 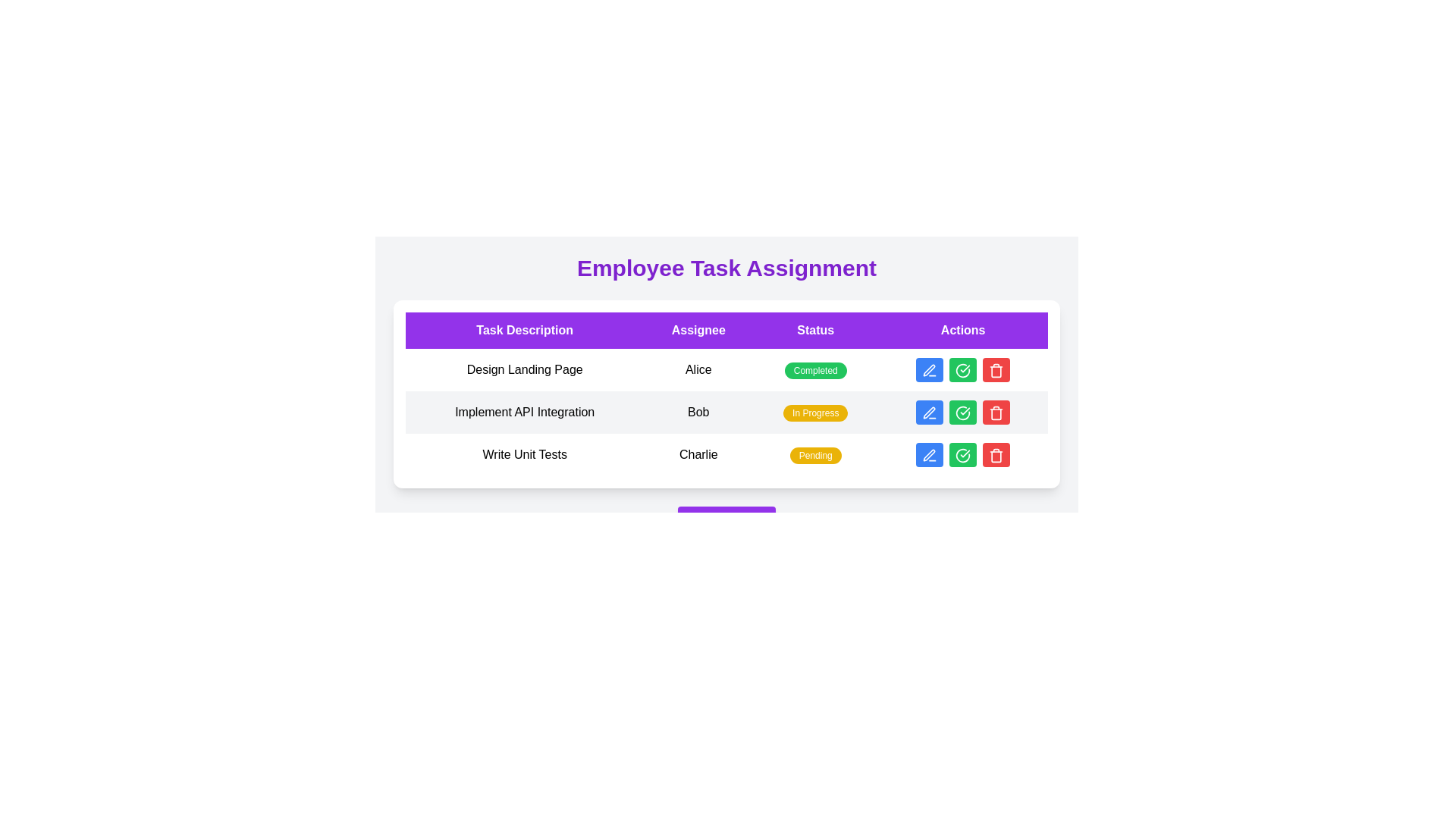 I want to click on the text of the 'Charlie' label in the Employee Task Assignment table, which is located in the second column of the third row, between 'Write Unit Tests' and 'Pending', so click(x=698, y=454).